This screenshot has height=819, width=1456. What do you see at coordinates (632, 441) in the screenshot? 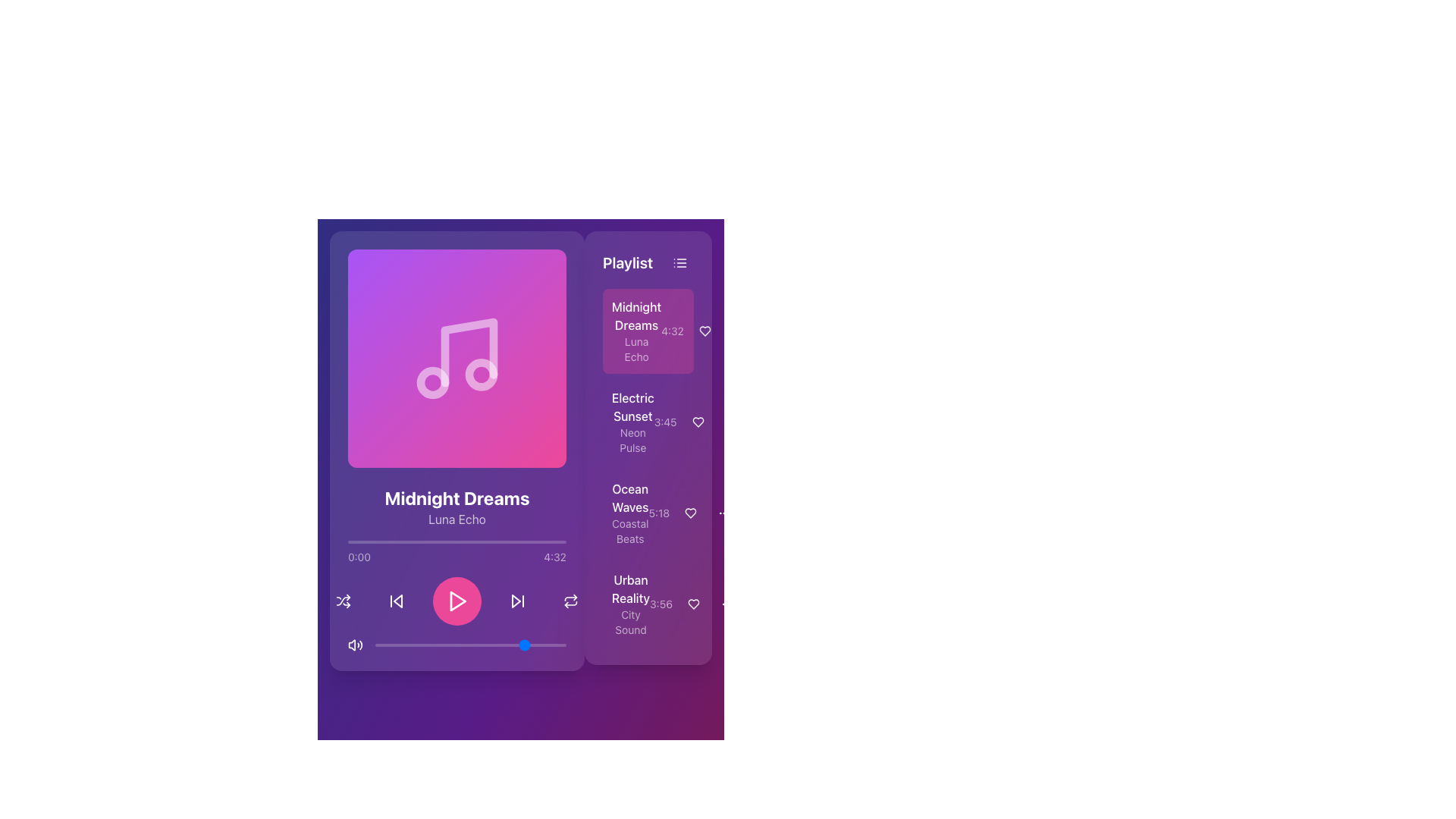
I see `the text label element that displays 'Neon Pulse', which is located beneath 'Electric Sunset' in the playlist section` at bounding box center [632, 441].